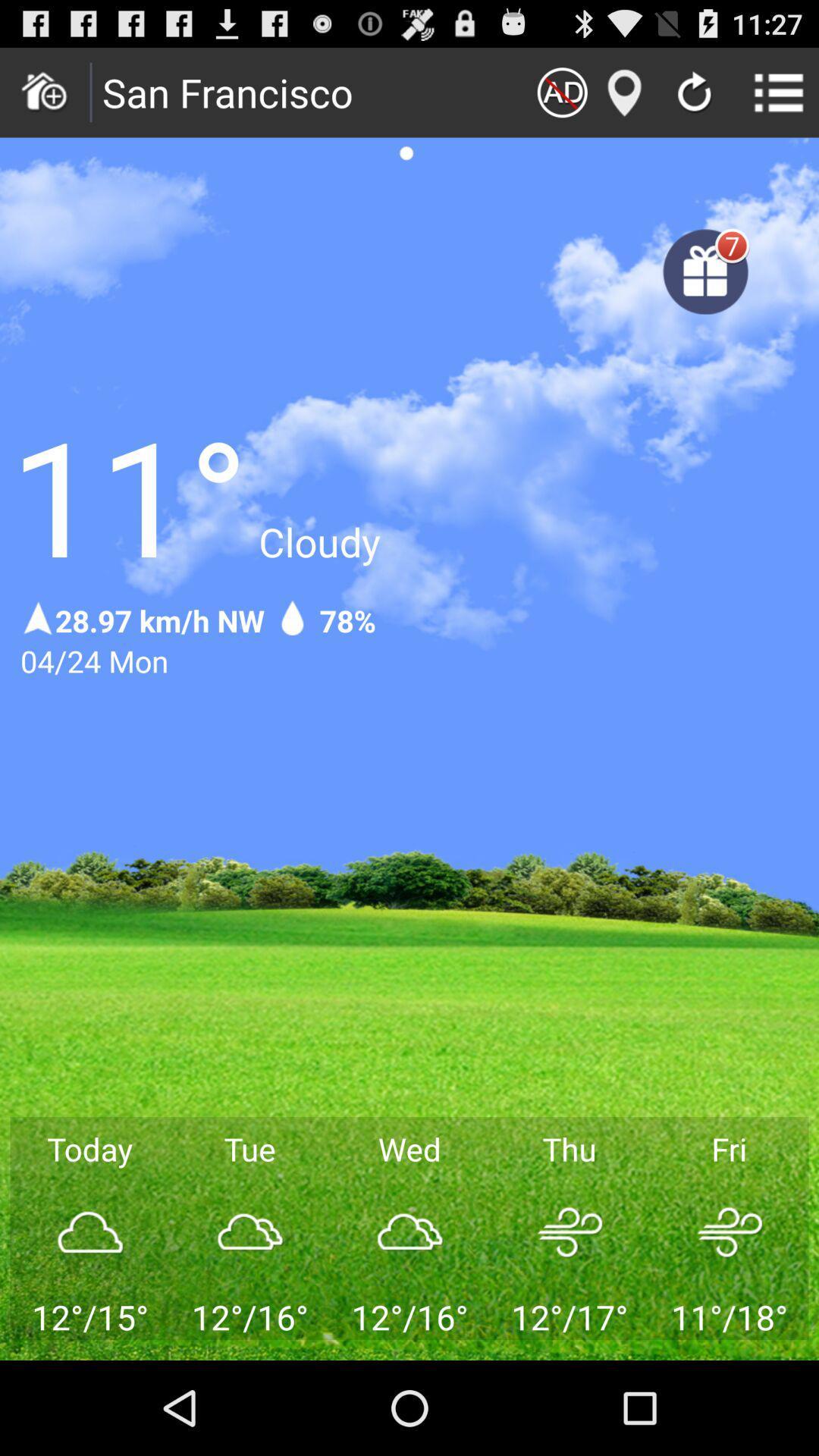  Describe the element at coordinates (44, 98) in the screenshot. I see `the home icon` at that location.